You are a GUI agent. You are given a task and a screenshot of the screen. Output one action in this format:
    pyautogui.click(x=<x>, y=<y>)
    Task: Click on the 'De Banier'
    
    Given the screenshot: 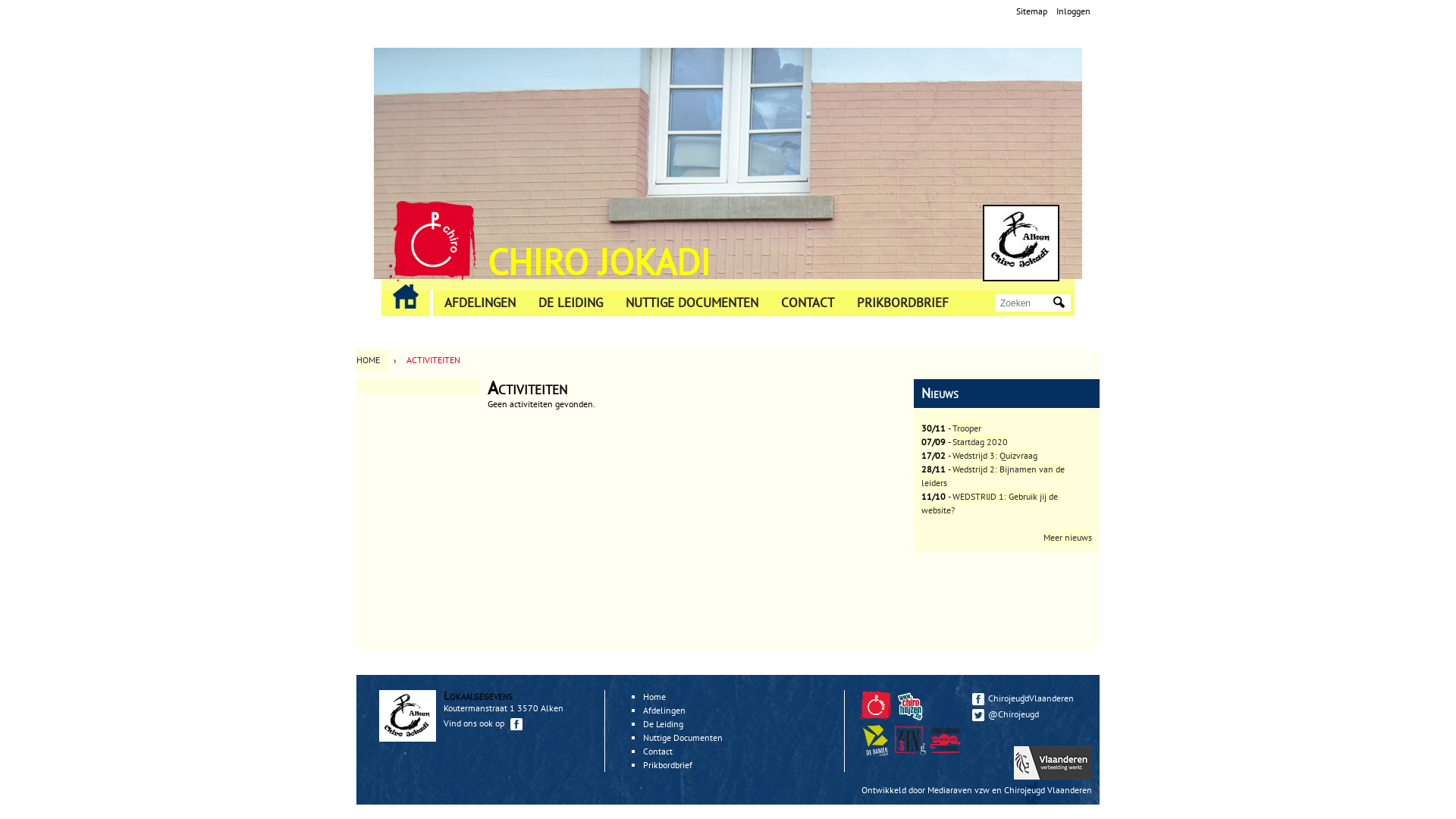 What is the action you would take?
    pyautogui.click(x=859, y=739)
    